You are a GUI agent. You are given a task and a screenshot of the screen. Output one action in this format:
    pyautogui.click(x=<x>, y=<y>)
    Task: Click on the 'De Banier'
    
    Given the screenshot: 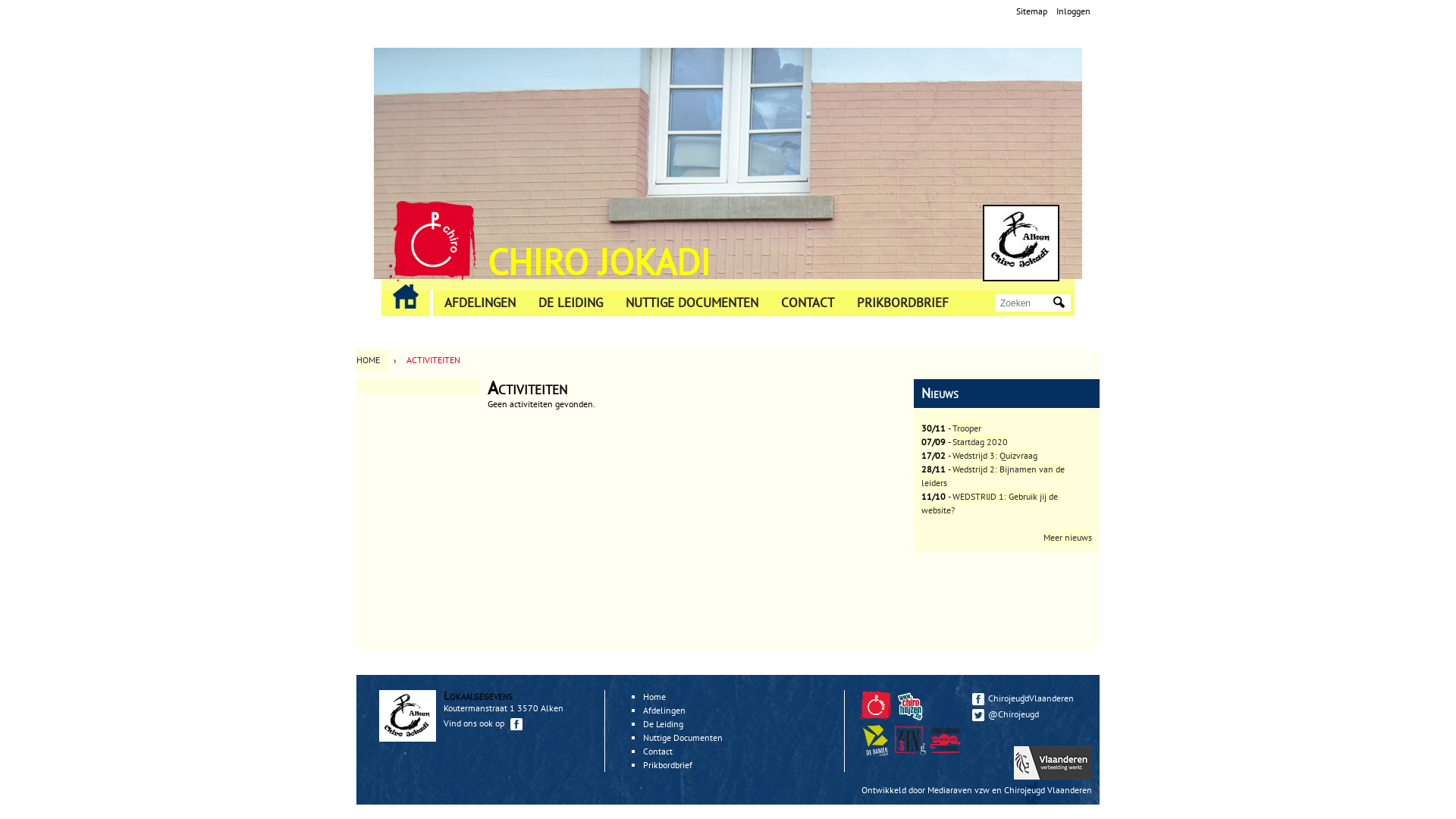 What is the action you would take?
    pyautogui.click(x=859, y=739)
    